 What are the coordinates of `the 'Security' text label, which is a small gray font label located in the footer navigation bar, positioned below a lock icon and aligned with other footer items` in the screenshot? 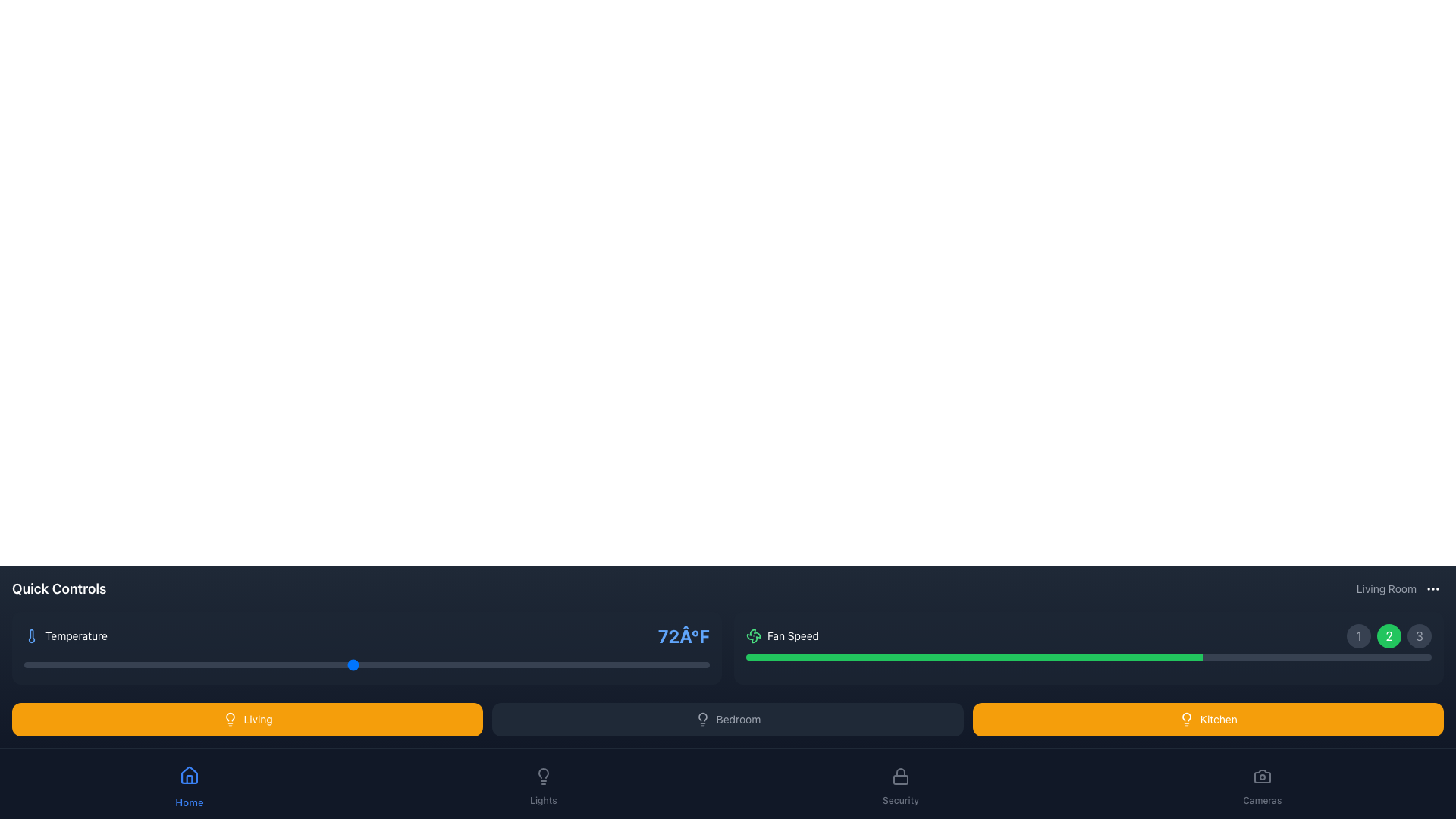 It's located at (901, 800).